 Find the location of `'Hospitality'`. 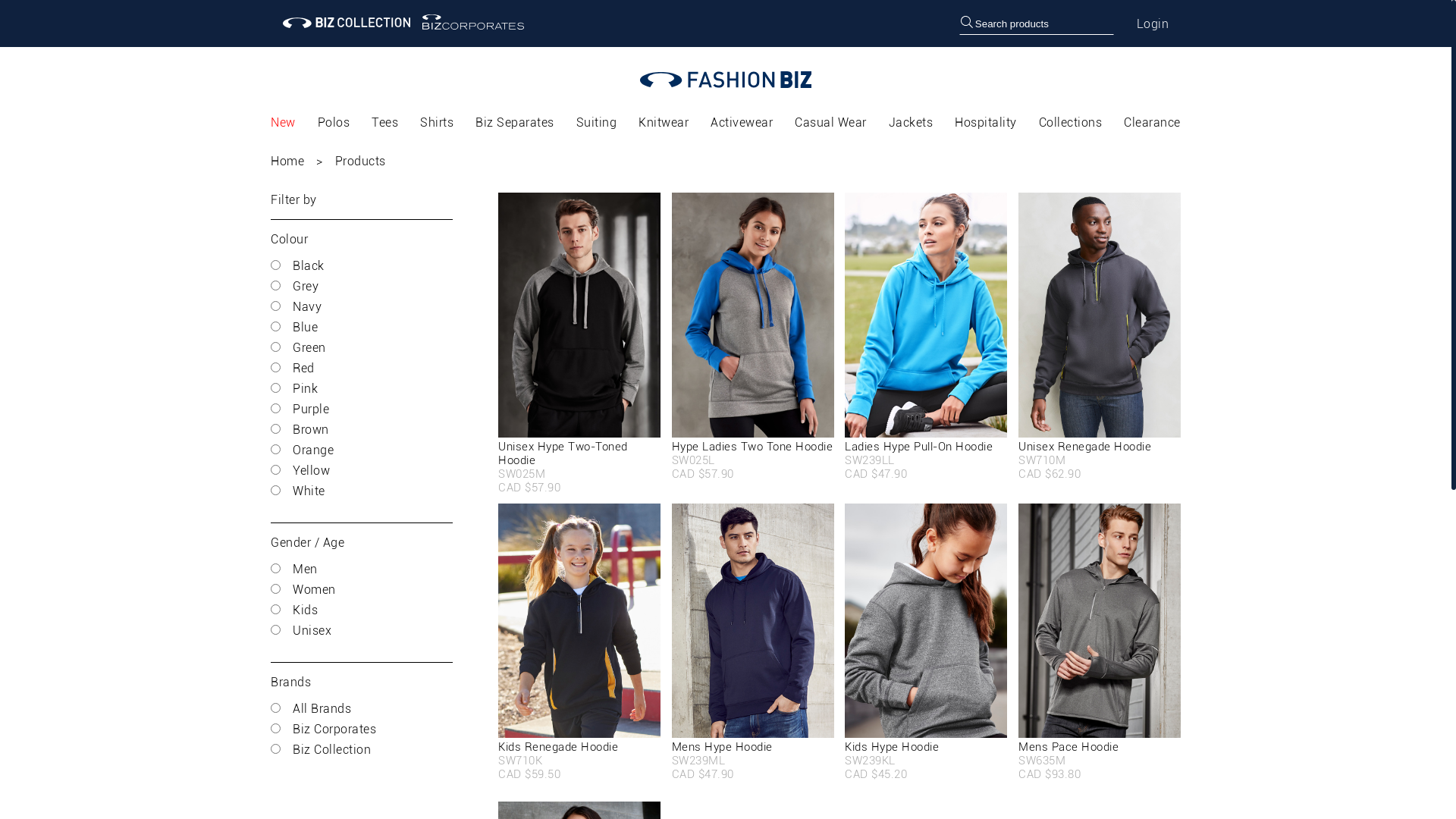

'Hospitality' is located at coordinates (986, 121).